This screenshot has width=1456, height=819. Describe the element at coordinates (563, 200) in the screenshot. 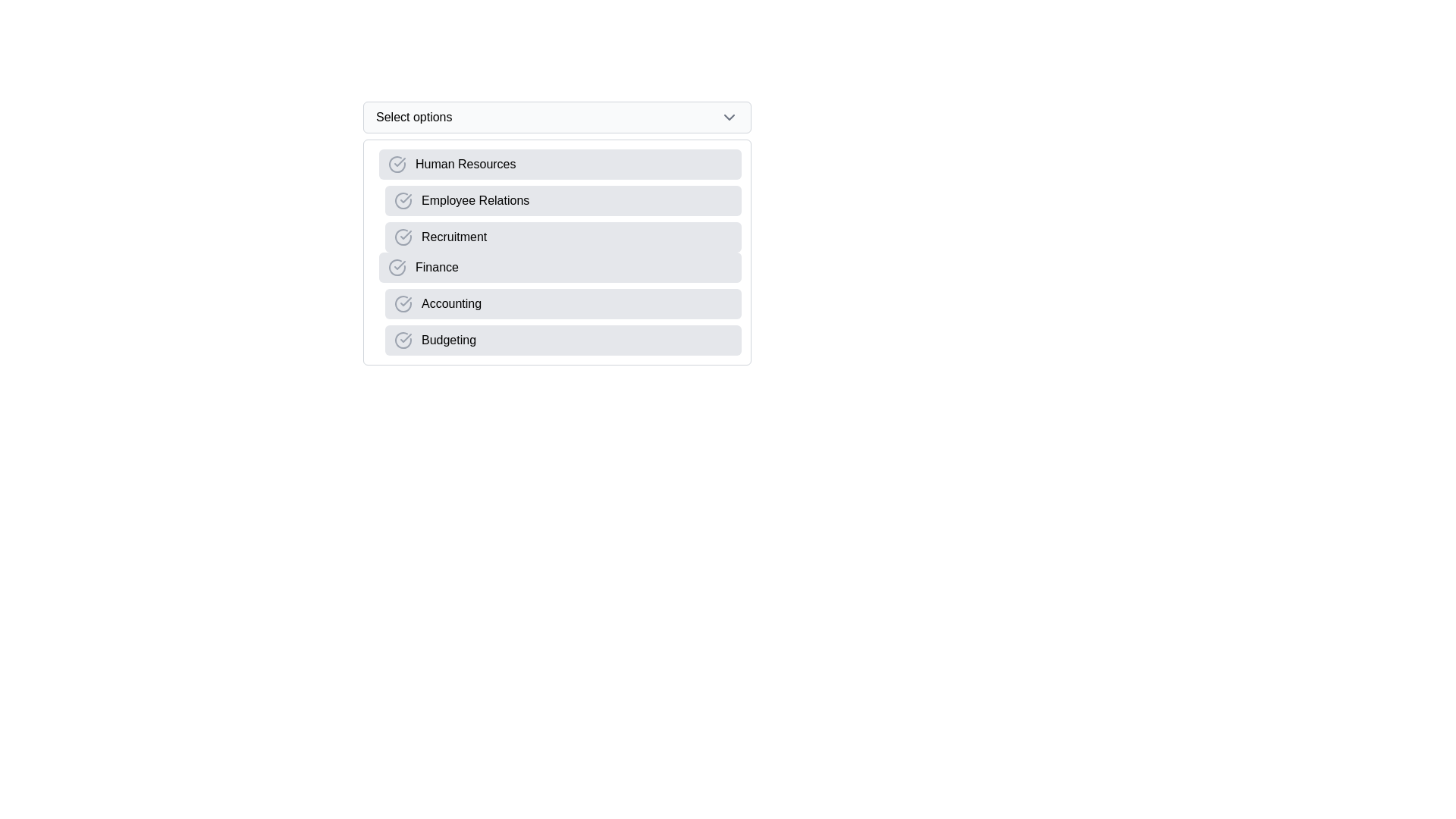

I see `to select the second item in the 'Select options' dropdown list, which is positioned between 'Human Resources' and 'Recruitment'` at that location.